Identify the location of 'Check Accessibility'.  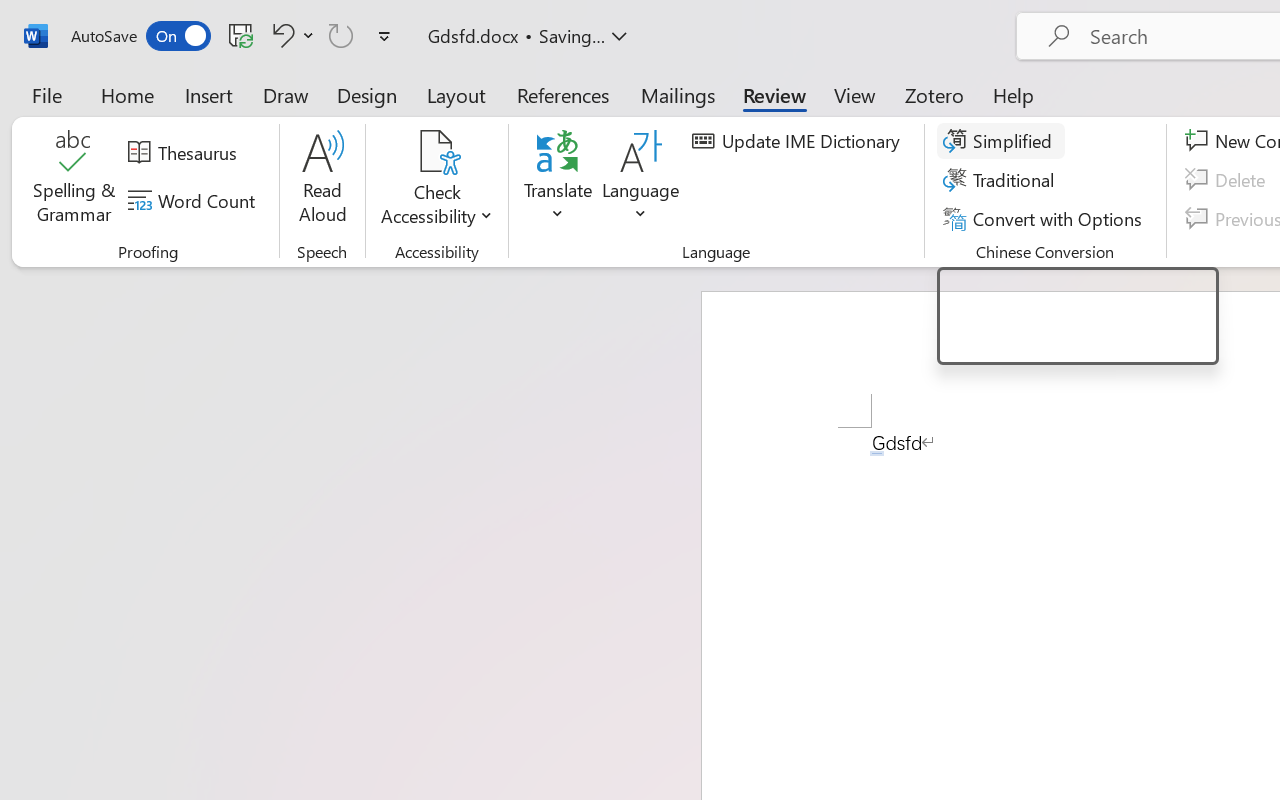
(436, 151).